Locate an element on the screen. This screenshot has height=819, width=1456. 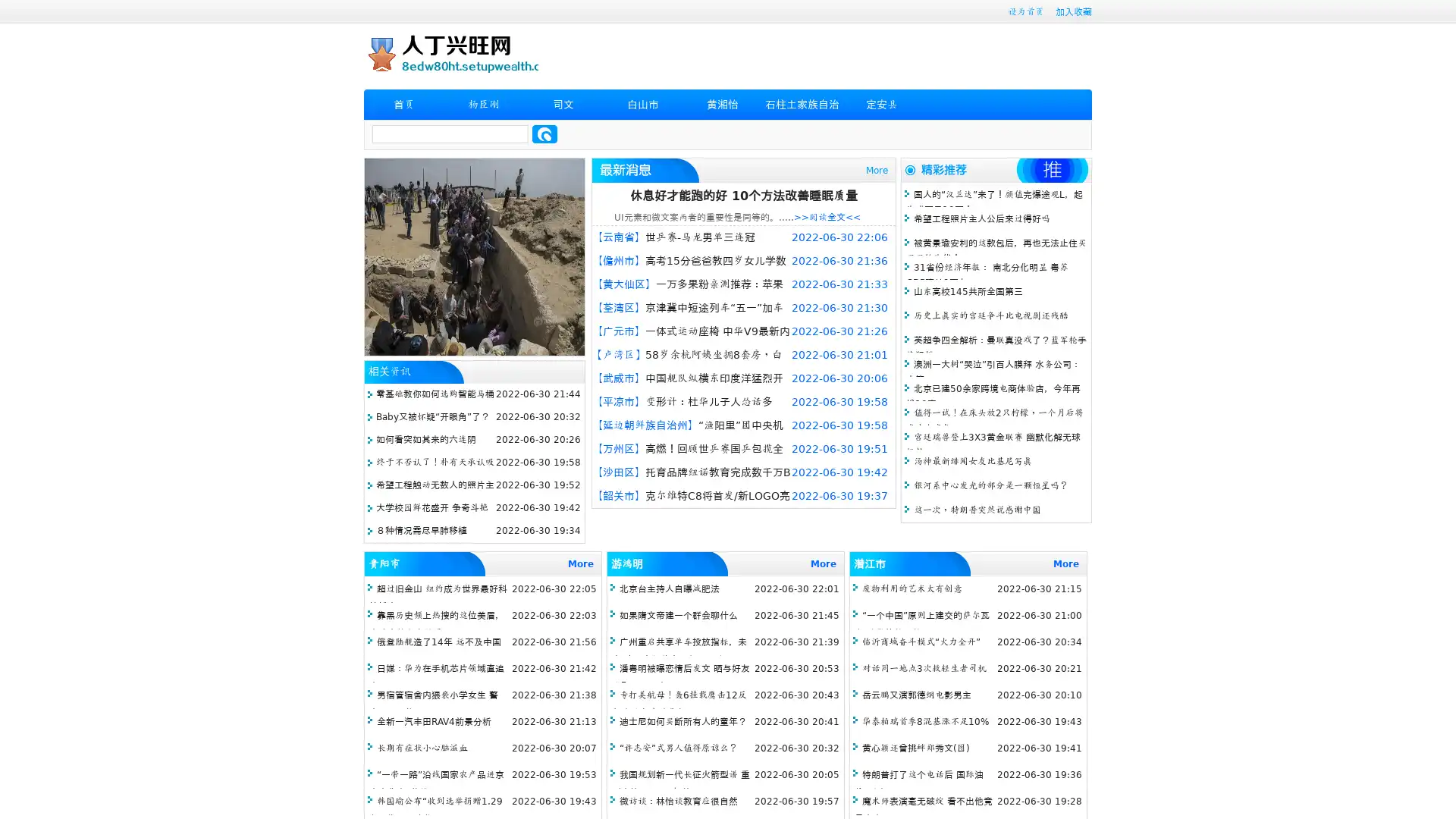
Search is located at coordinates (544, 133).